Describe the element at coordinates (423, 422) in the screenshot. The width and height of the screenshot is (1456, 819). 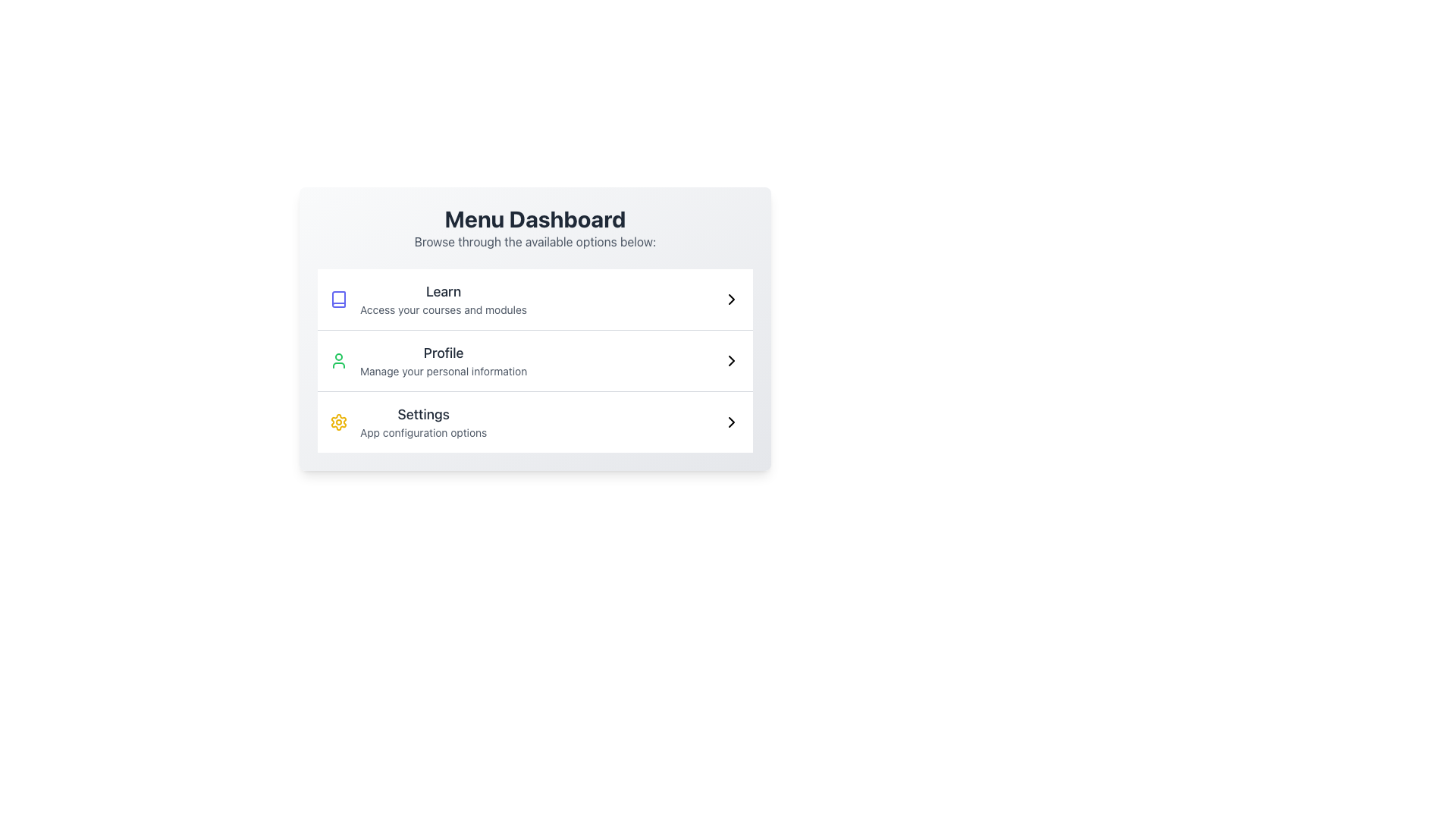
I see `the 'Settings' text label, which features bold dark gray text and smaller lighter gray text for app configuration options, positioned as the third option in the Menu Dashboard` at that location.